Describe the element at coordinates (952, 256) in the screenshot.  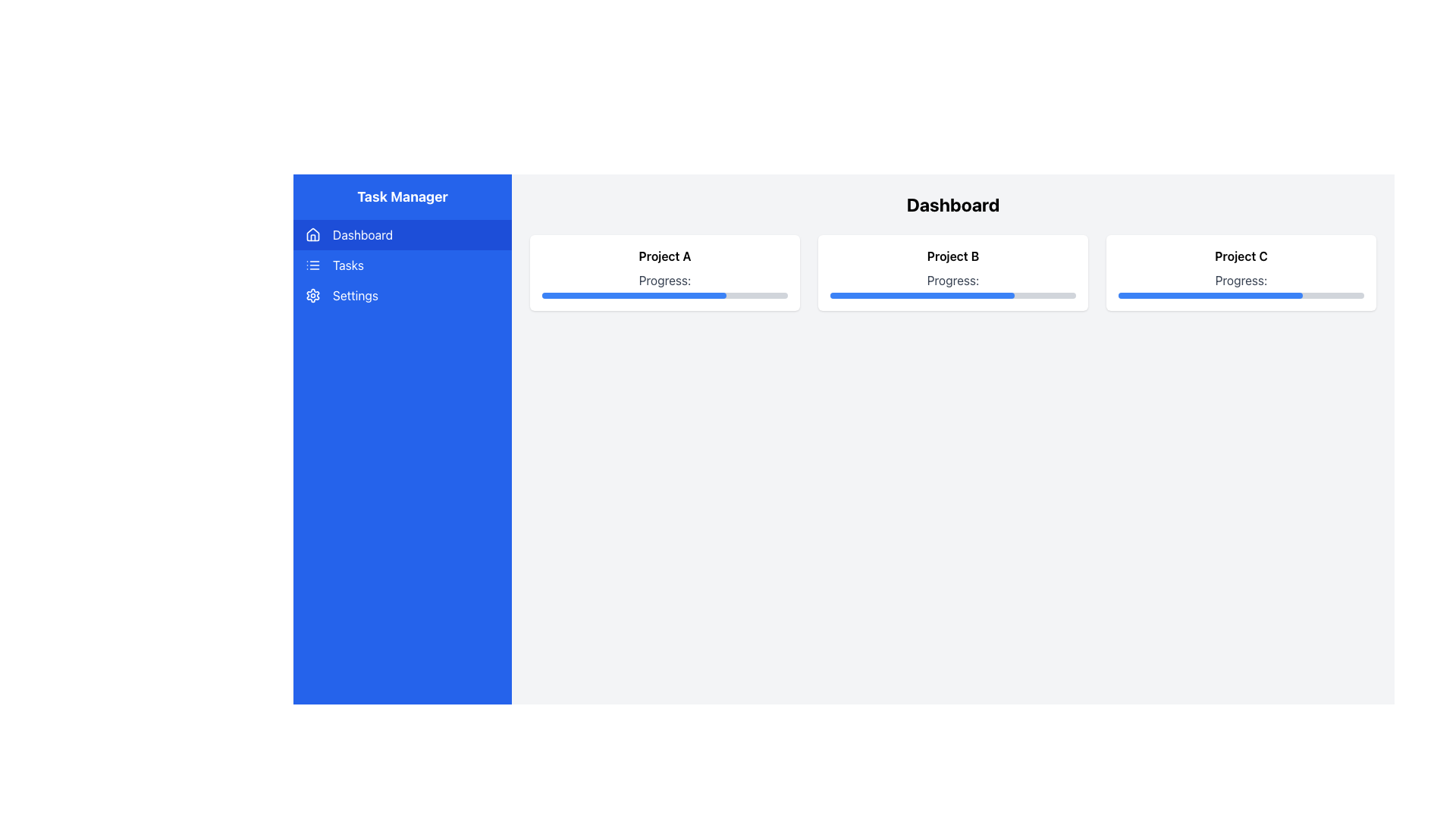
I see `text label that displays 'Project B', which is styled in bold font and located within a card component in the second column of a three-card layout` at that location.